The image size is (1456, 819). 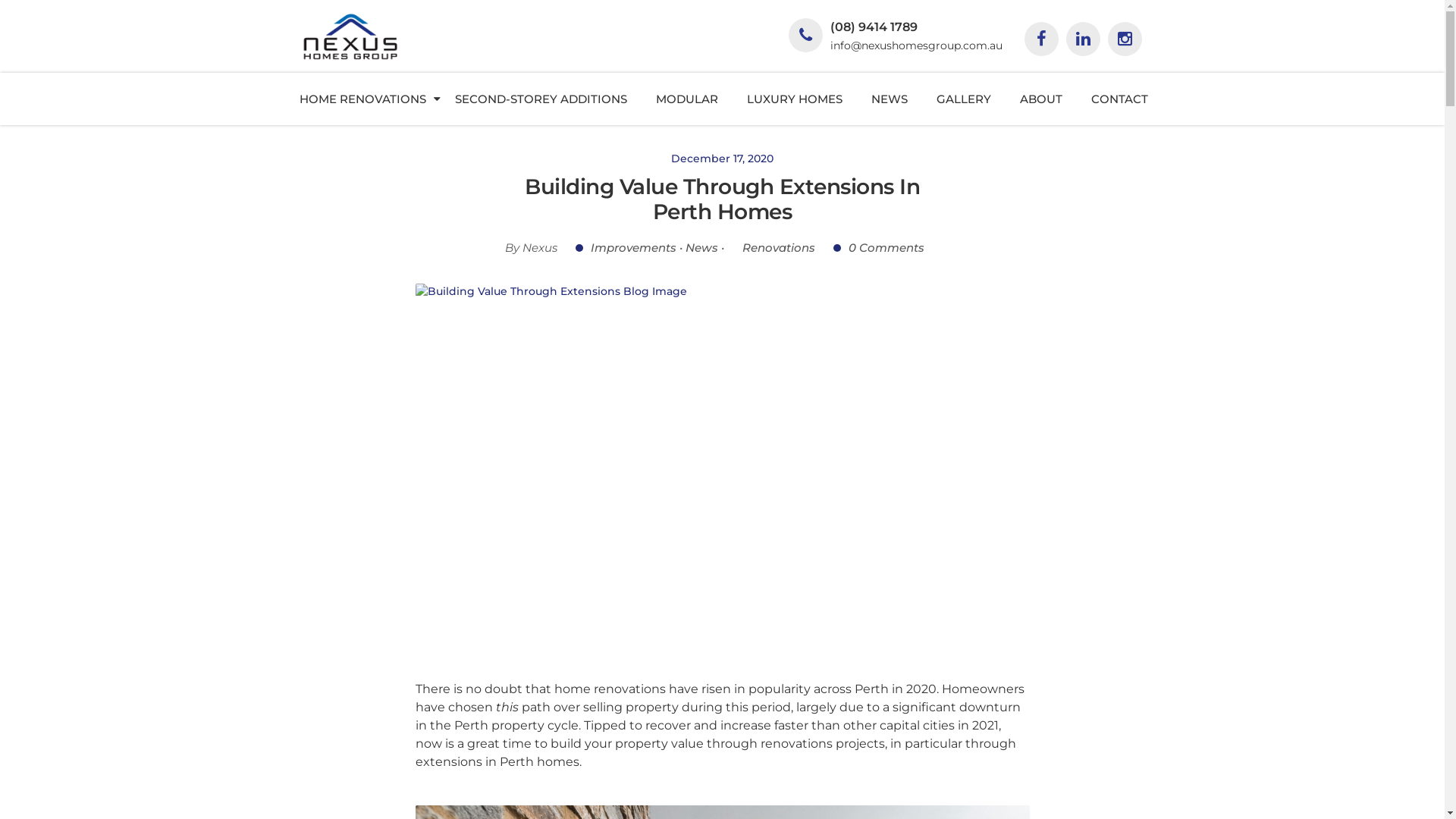 What do you see at coordinates (541, 99) in the screenshot?
I see `'SECOND-STOREY ADDITIONS'` at bounding box center [541, 99].